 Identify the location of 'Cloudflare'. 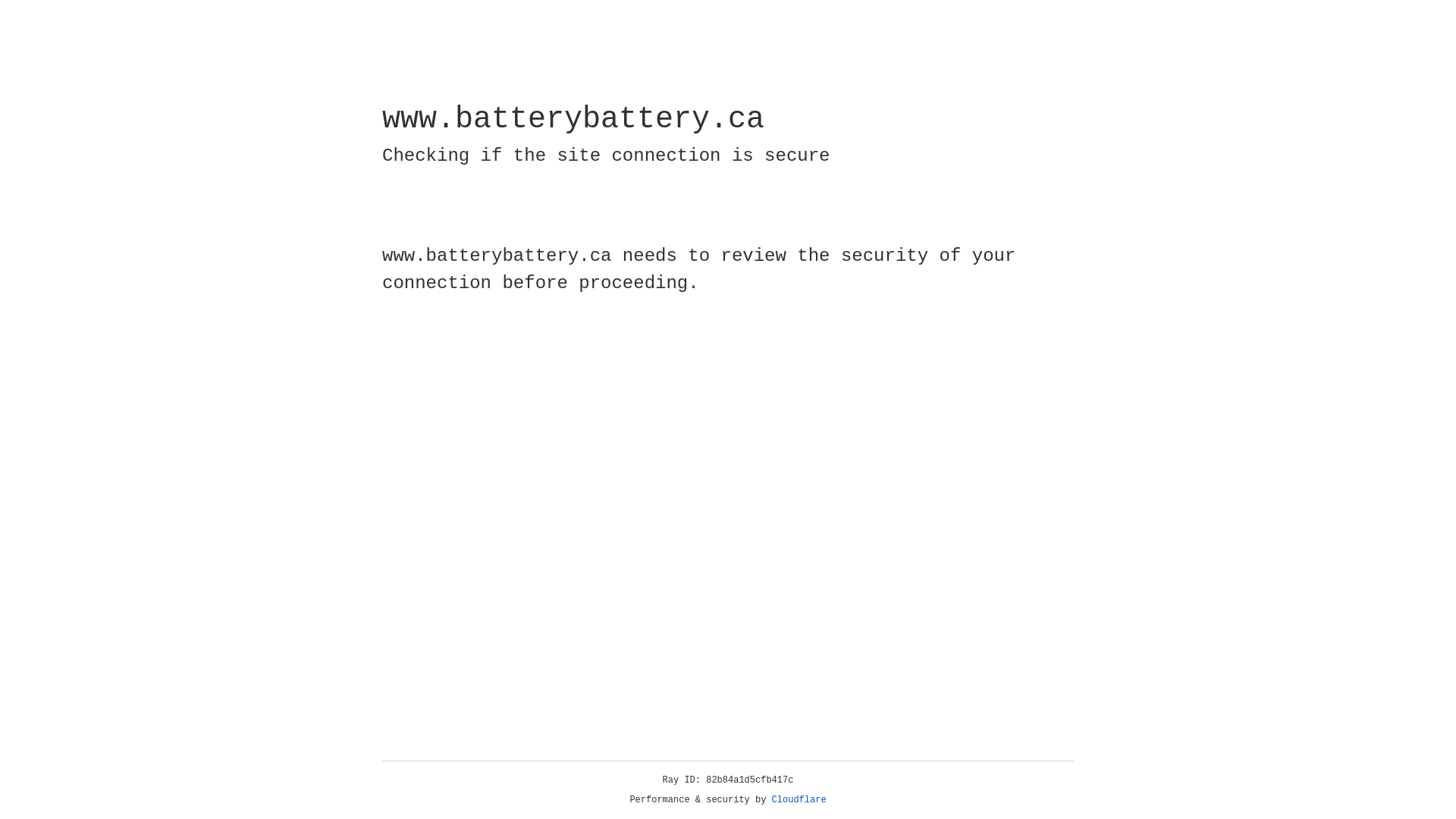
(771, 799).